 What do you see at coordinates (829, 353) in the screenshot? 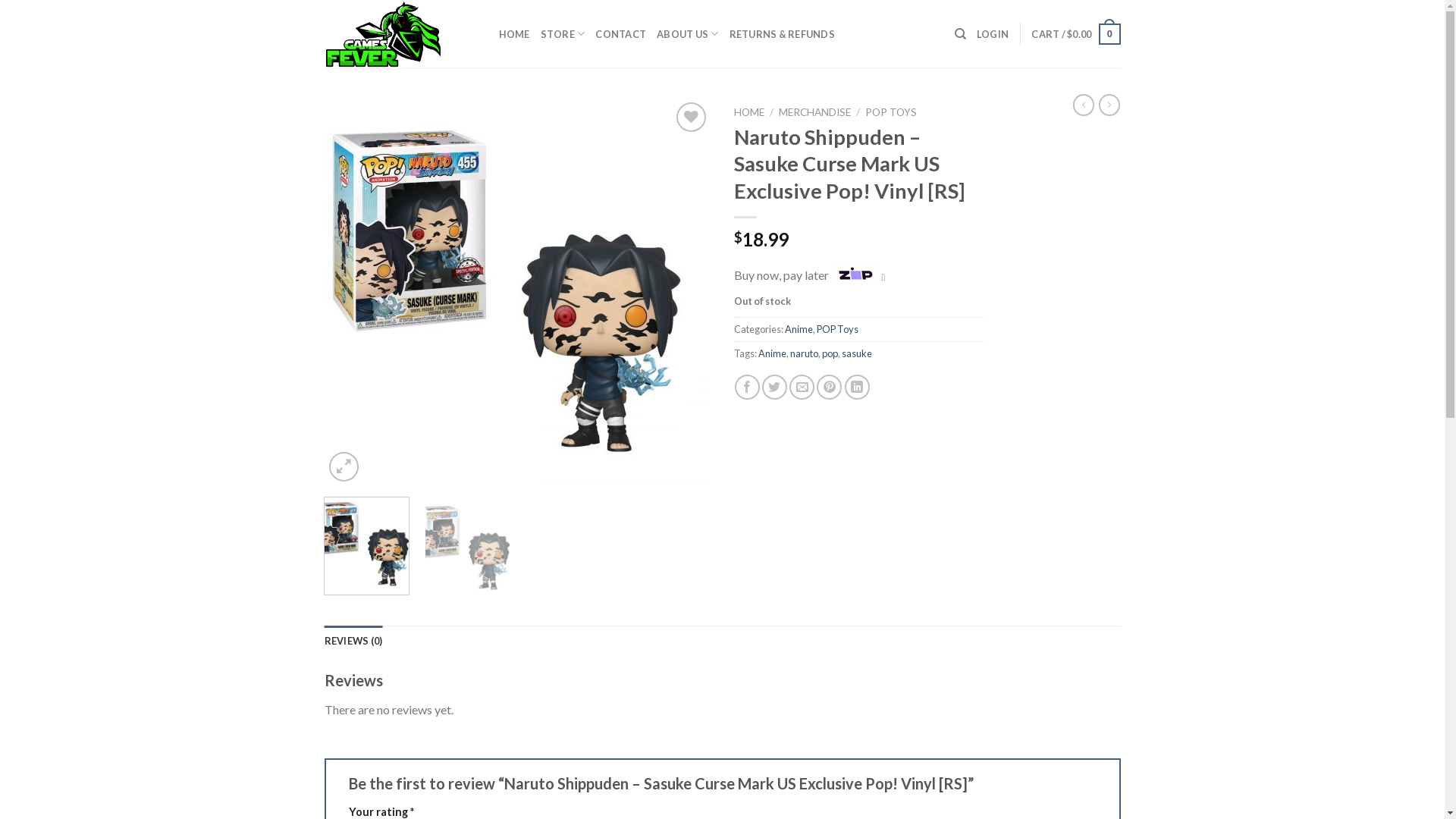
I see `'pop'` at bounding box center [829, 353].